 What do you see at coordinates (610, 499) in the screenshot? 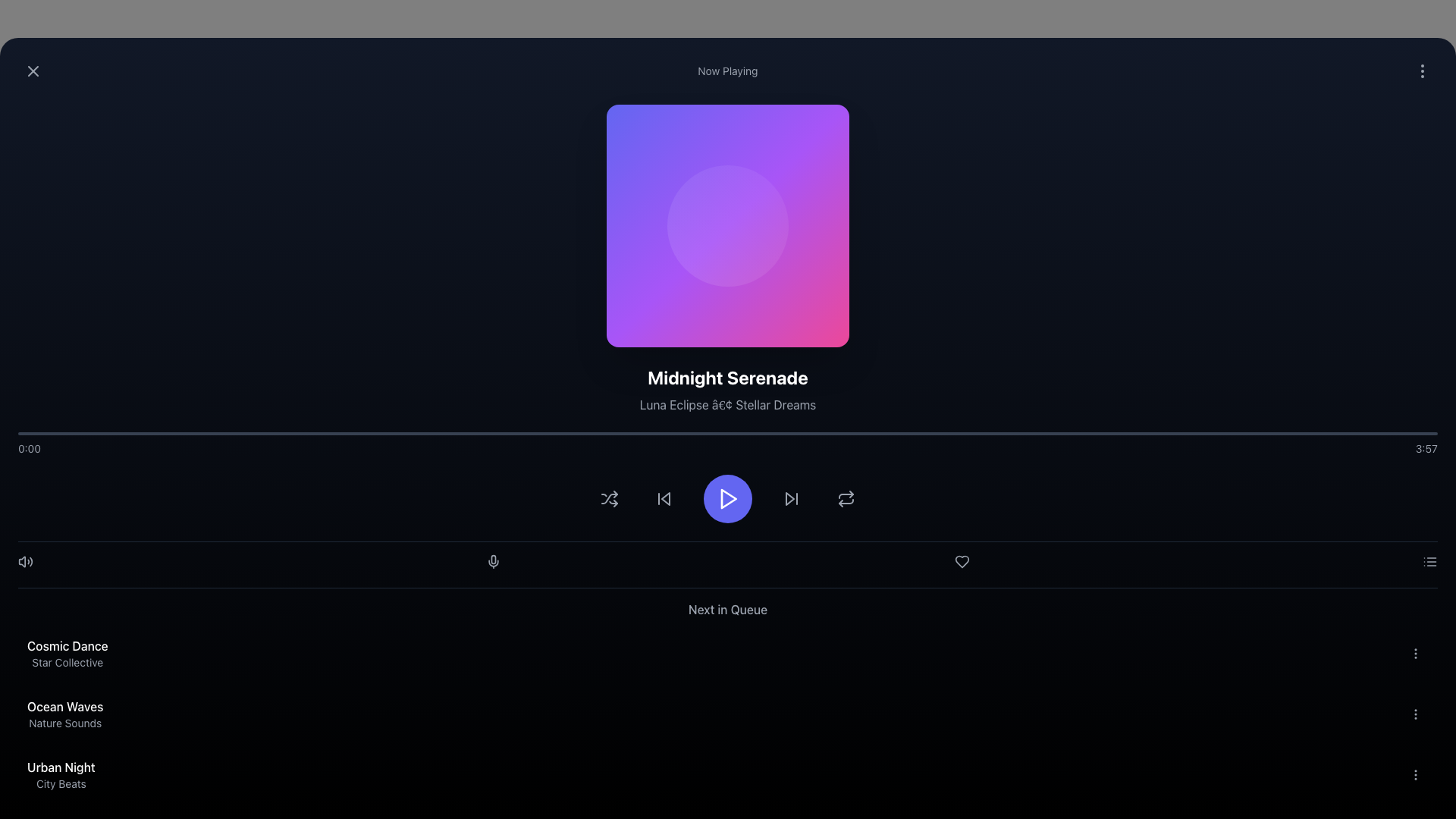
I see `the leftmost button in the playback controls` at bounding box center [610, 499].